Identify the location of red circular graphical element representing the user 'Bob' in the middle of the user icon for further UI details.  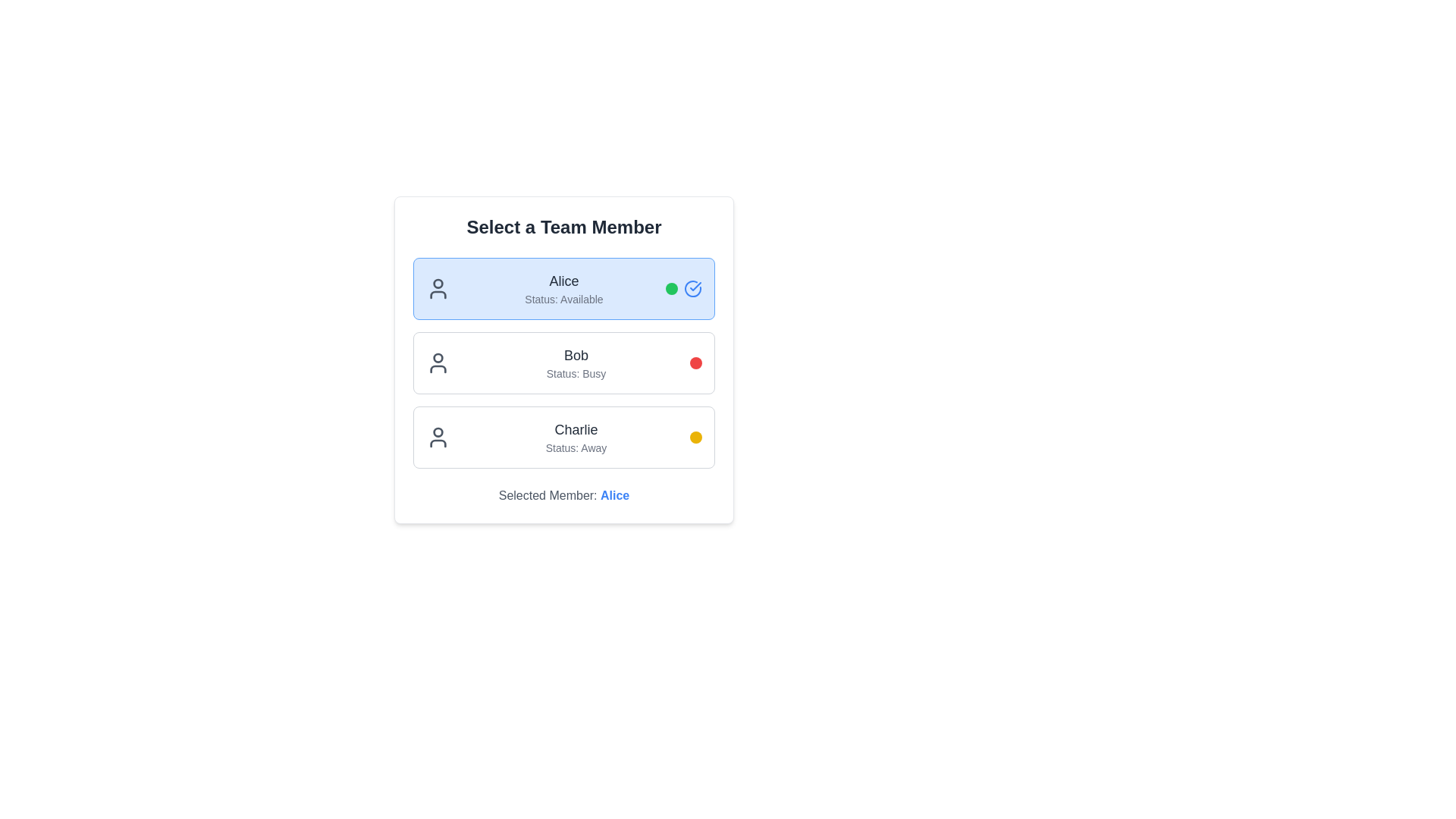
(437, 357).